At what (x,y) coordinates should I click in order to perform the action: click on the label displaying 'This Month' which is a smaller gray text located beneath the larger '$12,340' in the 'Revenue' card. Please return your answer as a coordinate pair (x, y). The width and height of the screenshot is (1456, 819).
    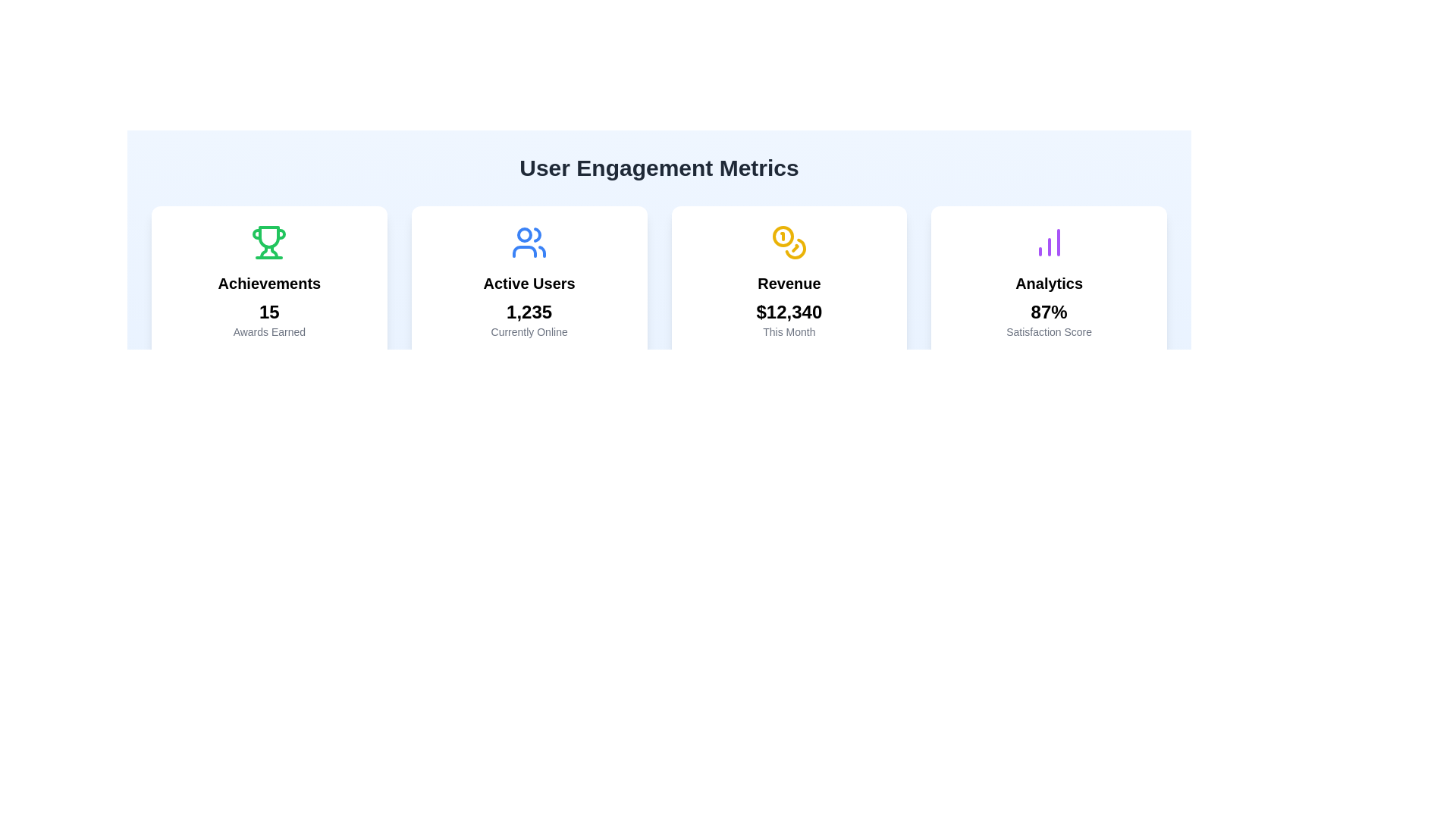
    Looking at the image, I should click on (789, 331).